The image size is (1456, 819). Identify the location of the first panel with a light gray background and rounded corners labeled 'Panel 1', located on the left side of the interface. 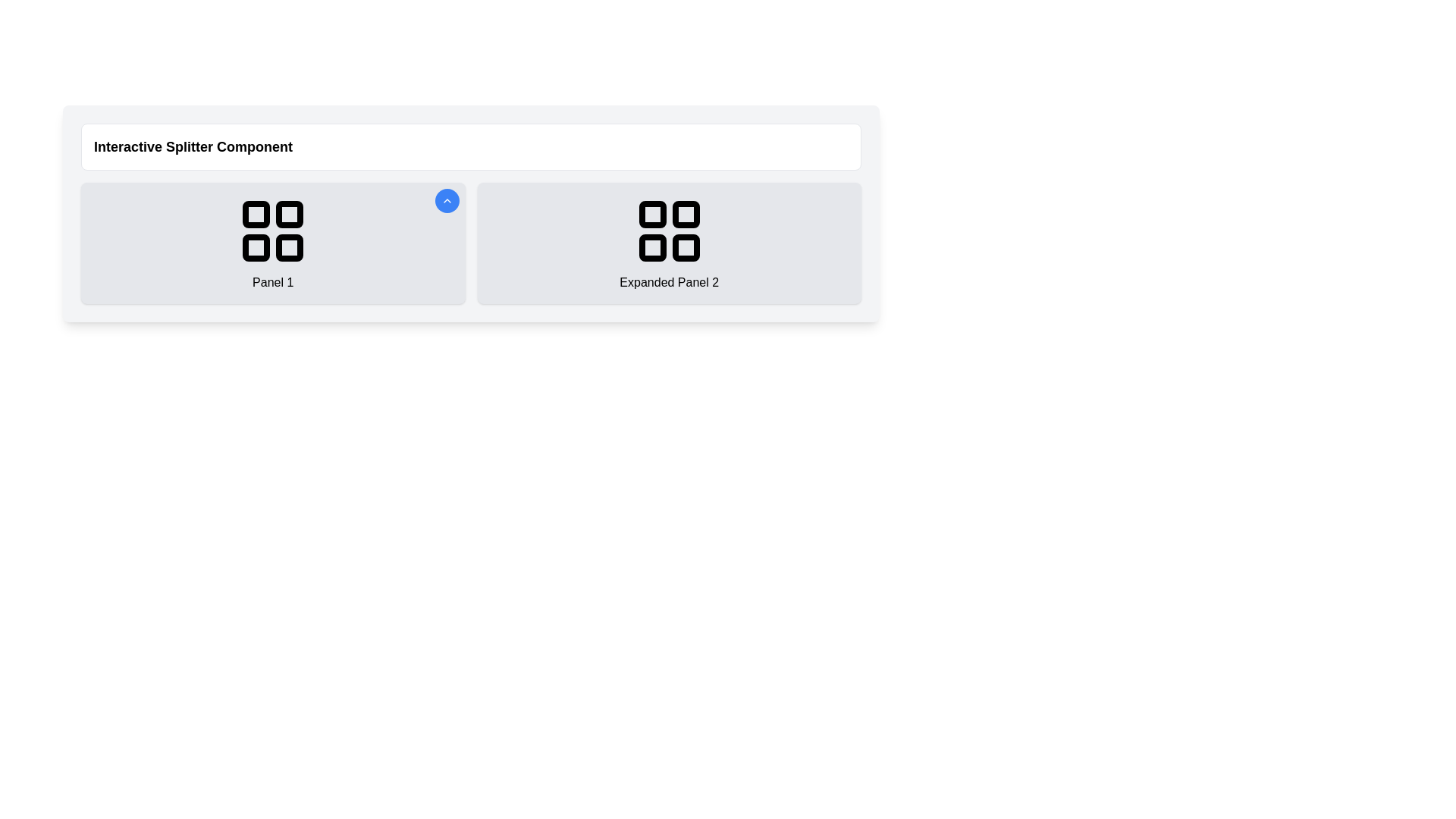
(273, 242).